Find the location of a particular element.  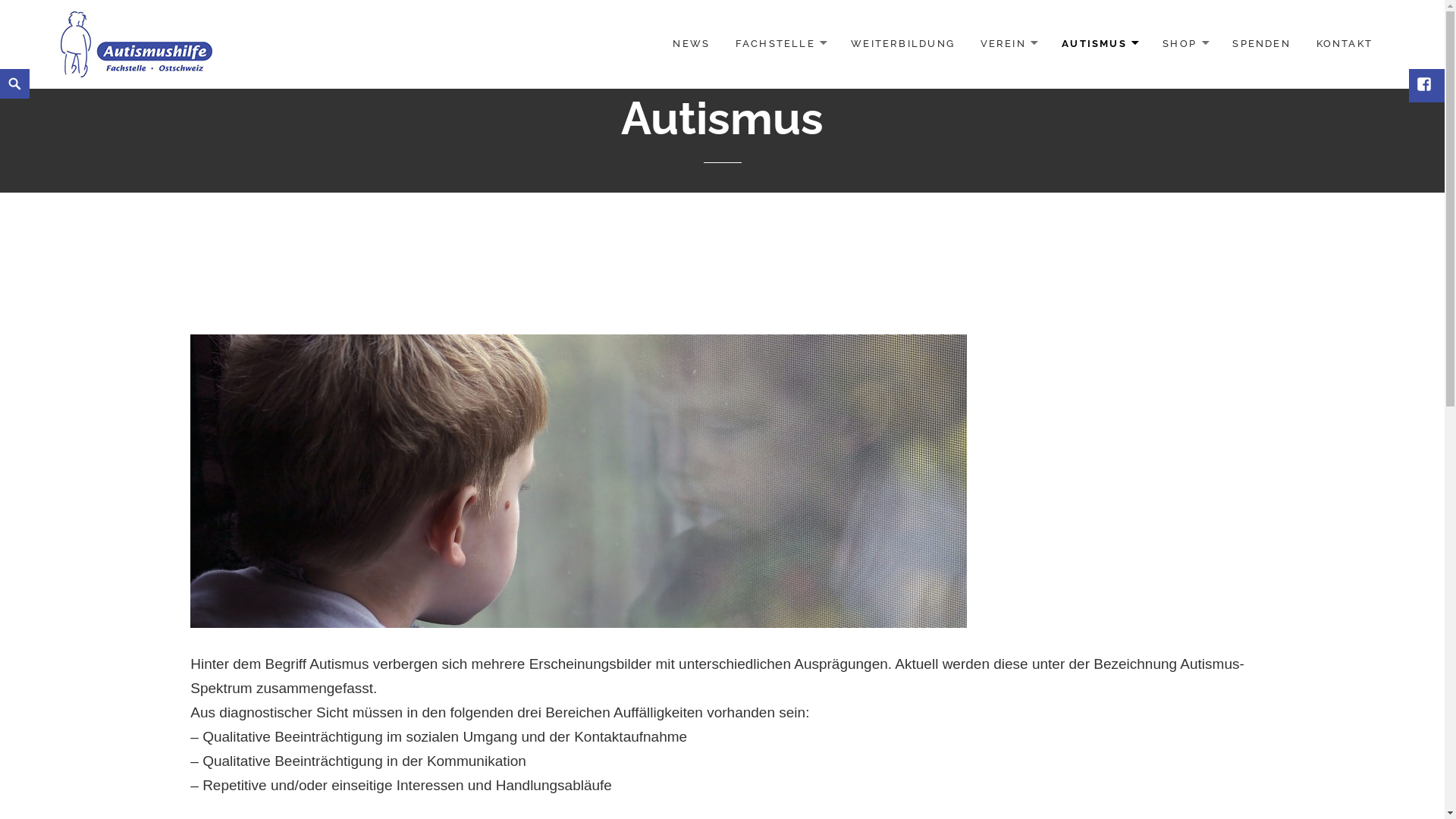

'FACHSTELLE' is located at coordinates (780, 43).